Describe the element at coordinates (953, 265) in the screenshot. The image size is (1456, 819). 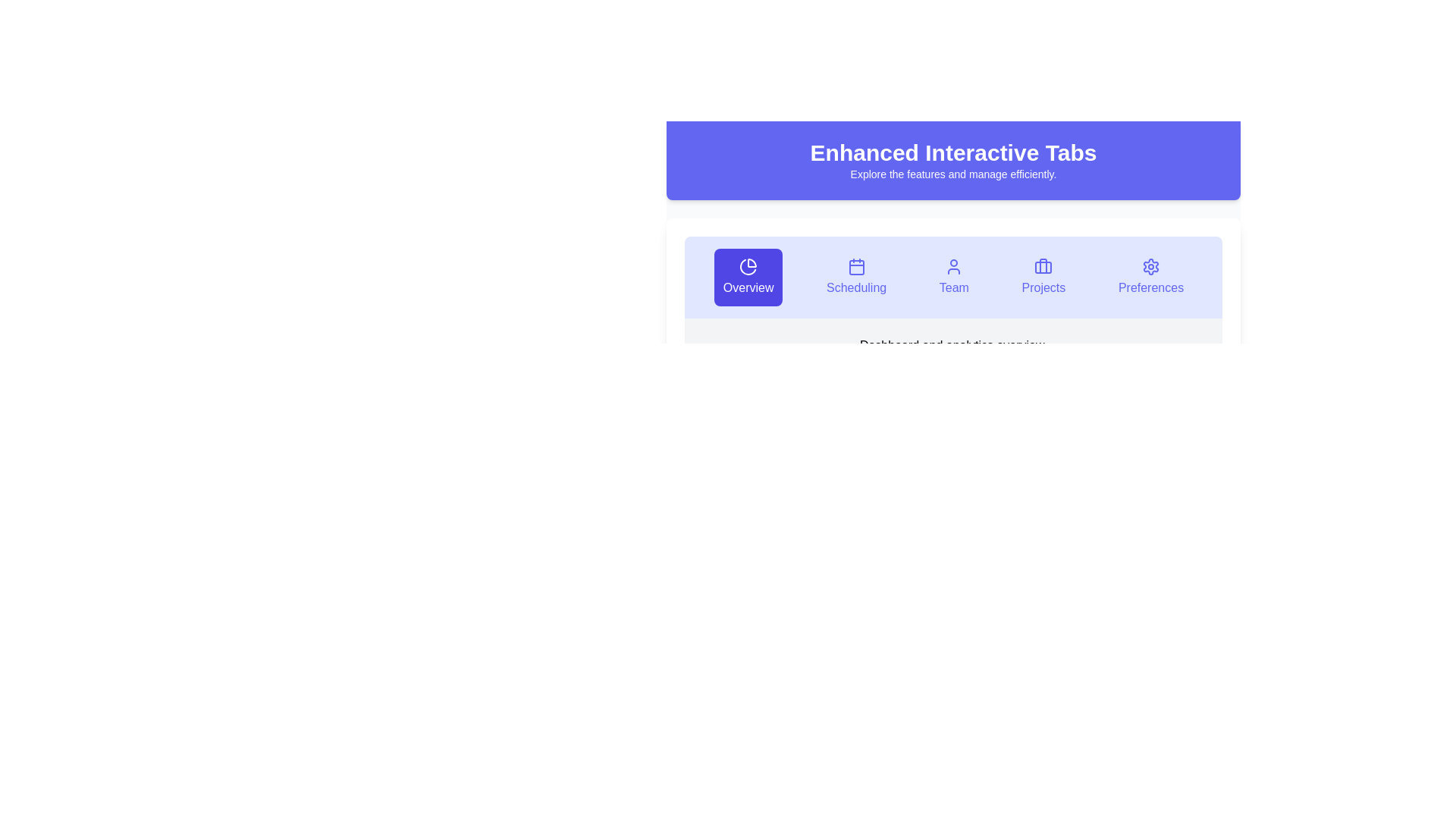
I see `the profile silhouette icon, which is styled as a minimalistic outline design and is located above the 'Team' label in the top navigation bar` at that location.